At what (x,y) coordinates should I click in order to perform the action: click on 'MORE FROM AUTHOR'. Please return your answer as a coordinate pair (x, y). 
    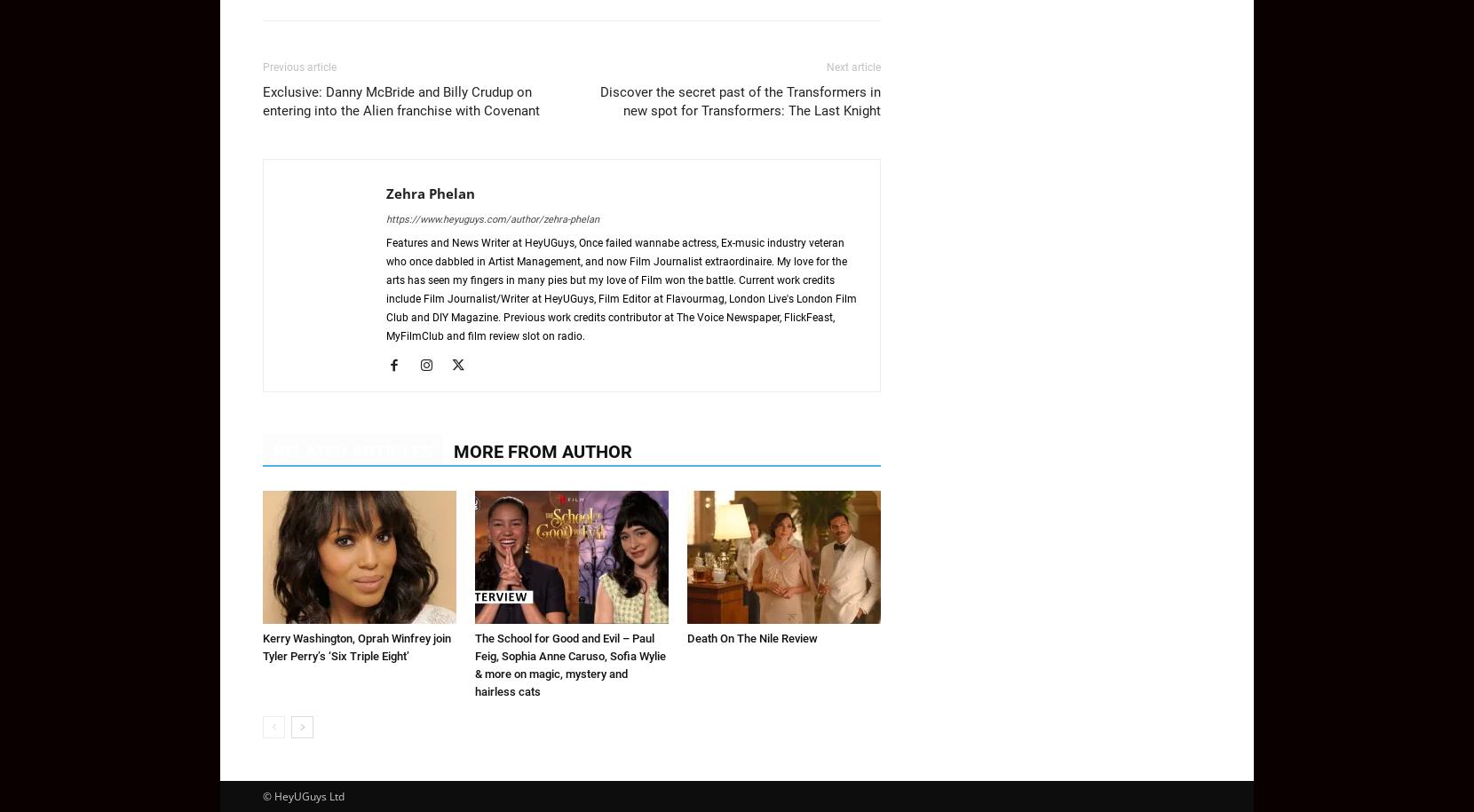
    Looking at the image, I should click on (452, 452).